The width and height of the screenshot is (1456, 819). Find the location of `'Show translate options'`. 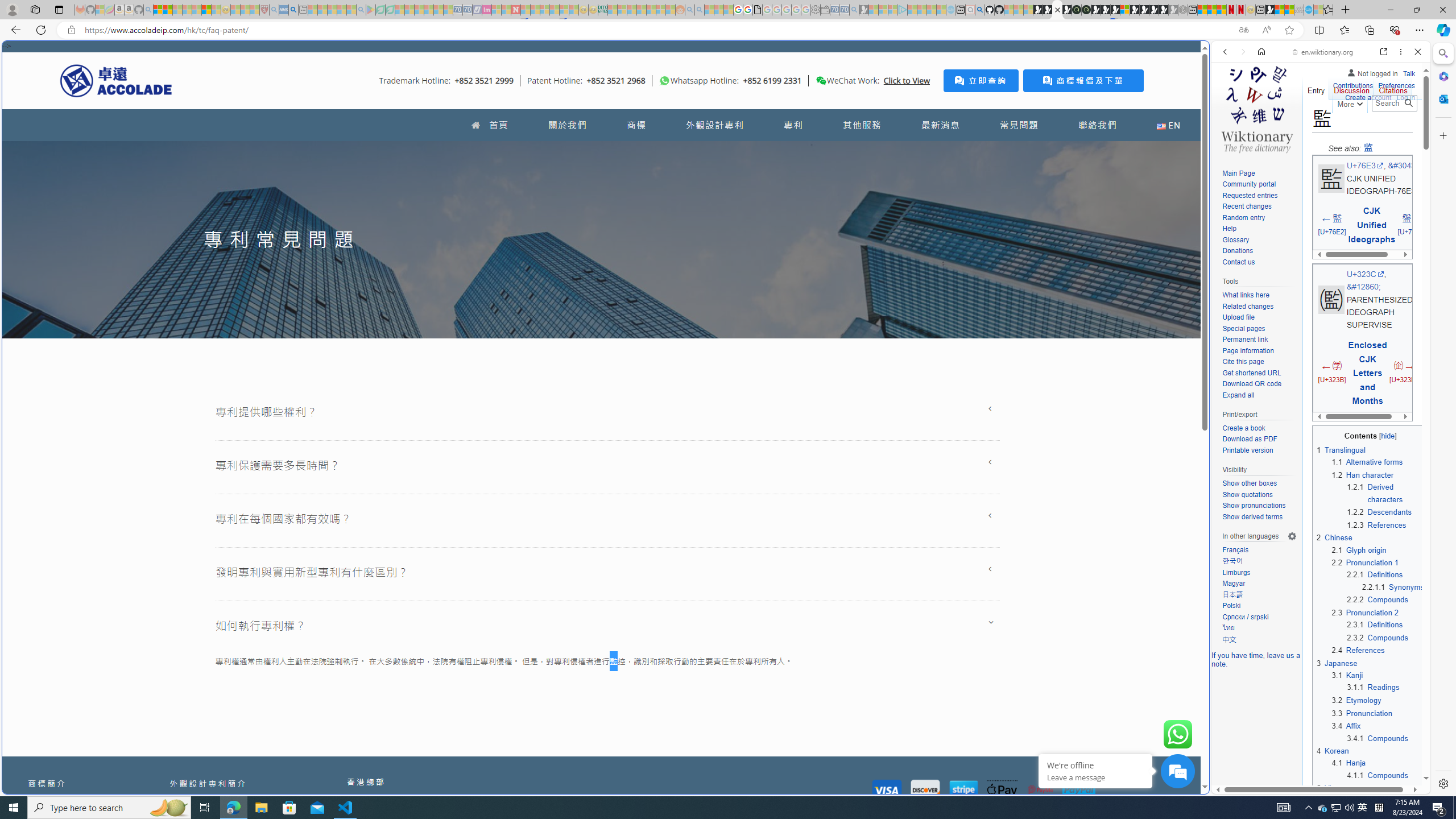

'Show translate options' is located at coordinates (1243, 30).